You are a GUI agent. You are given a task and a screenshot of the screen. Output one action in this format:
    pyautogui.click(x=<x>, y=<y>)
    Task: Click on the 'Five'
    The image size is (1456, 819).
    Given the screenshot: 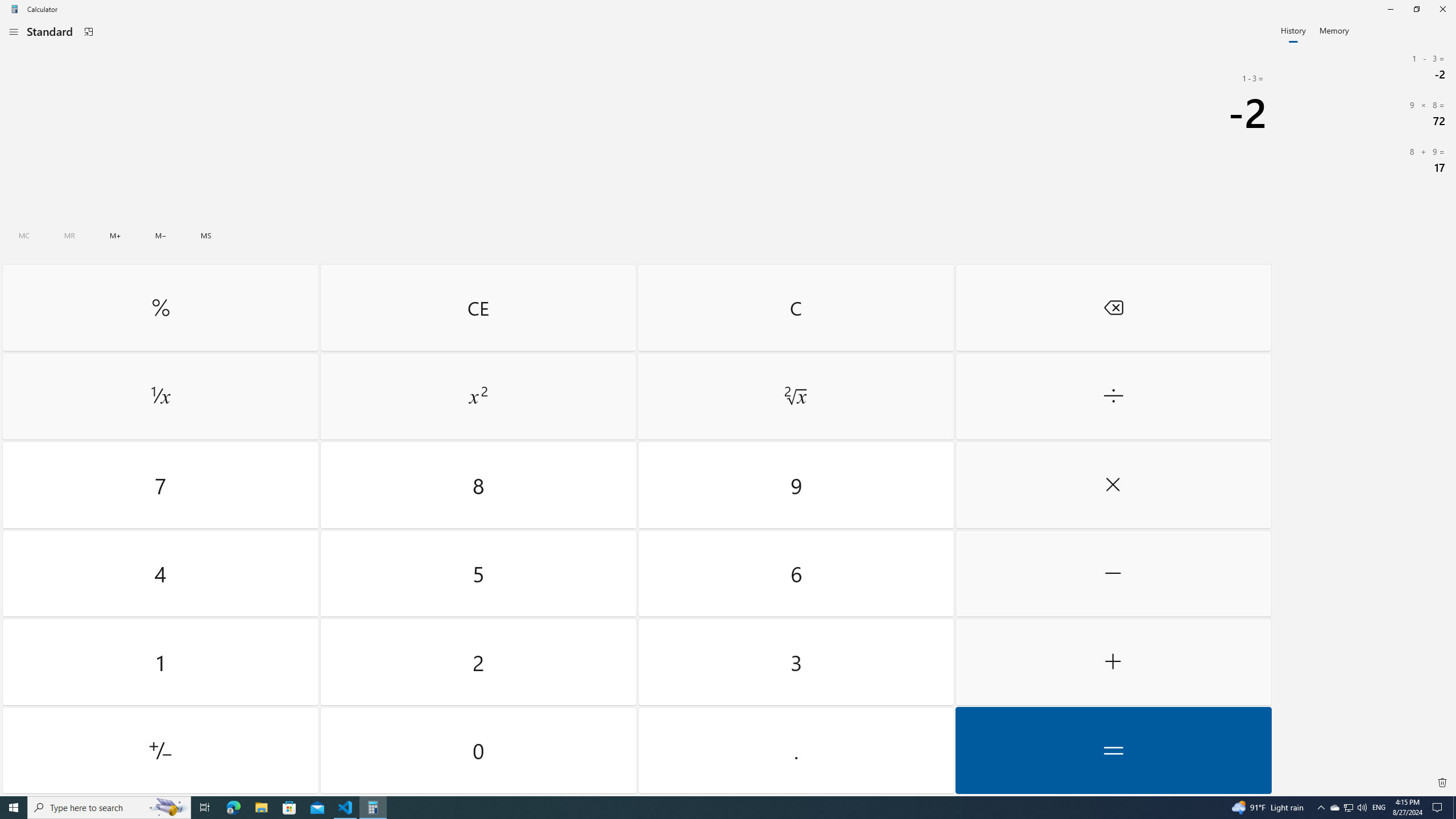 What is the action you would take?
    pyautogui.click(x=478, y=573)
    